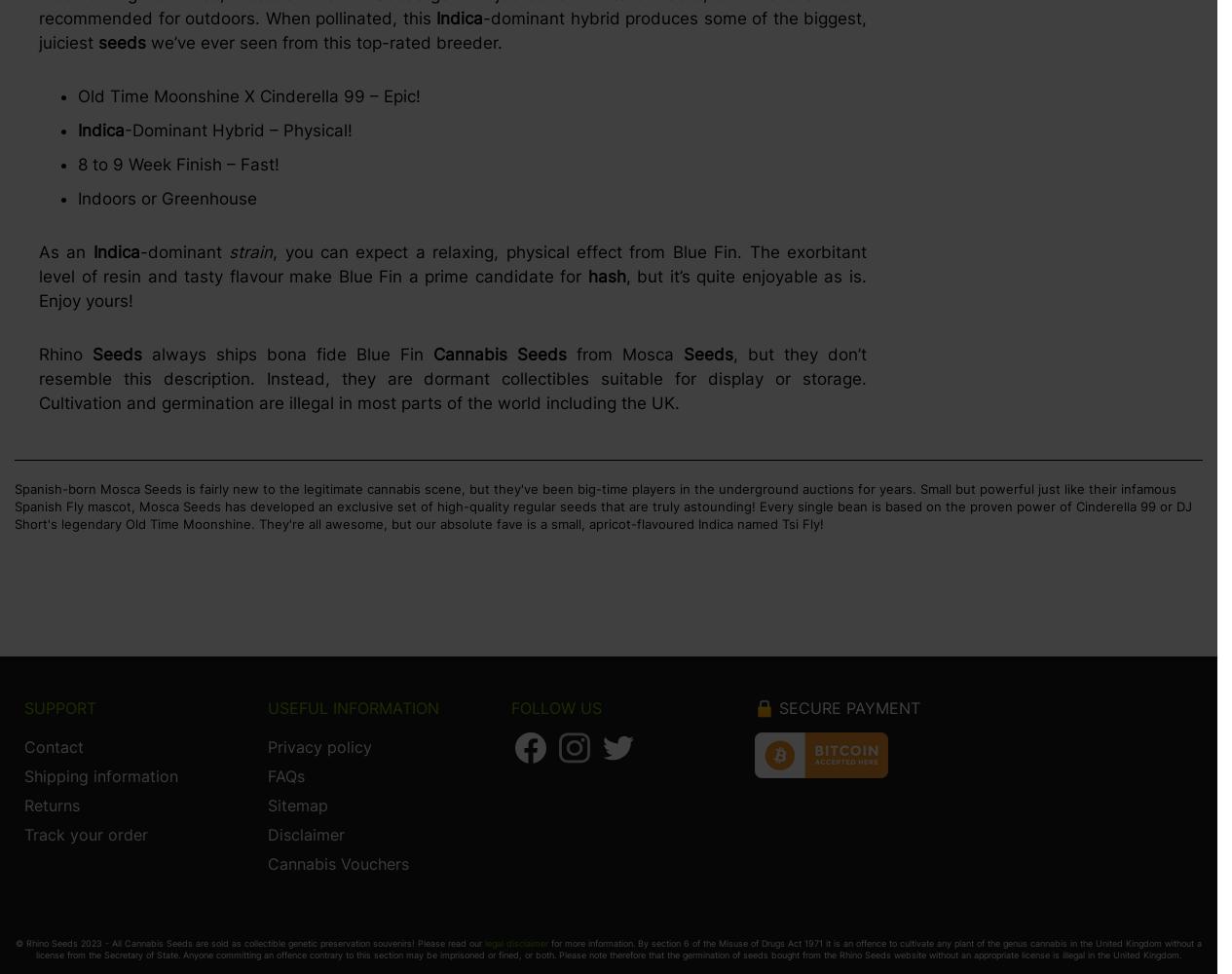 This screenshot has width=1232, height=974. I want to click on 'Privacy policy', so click(318, 747).